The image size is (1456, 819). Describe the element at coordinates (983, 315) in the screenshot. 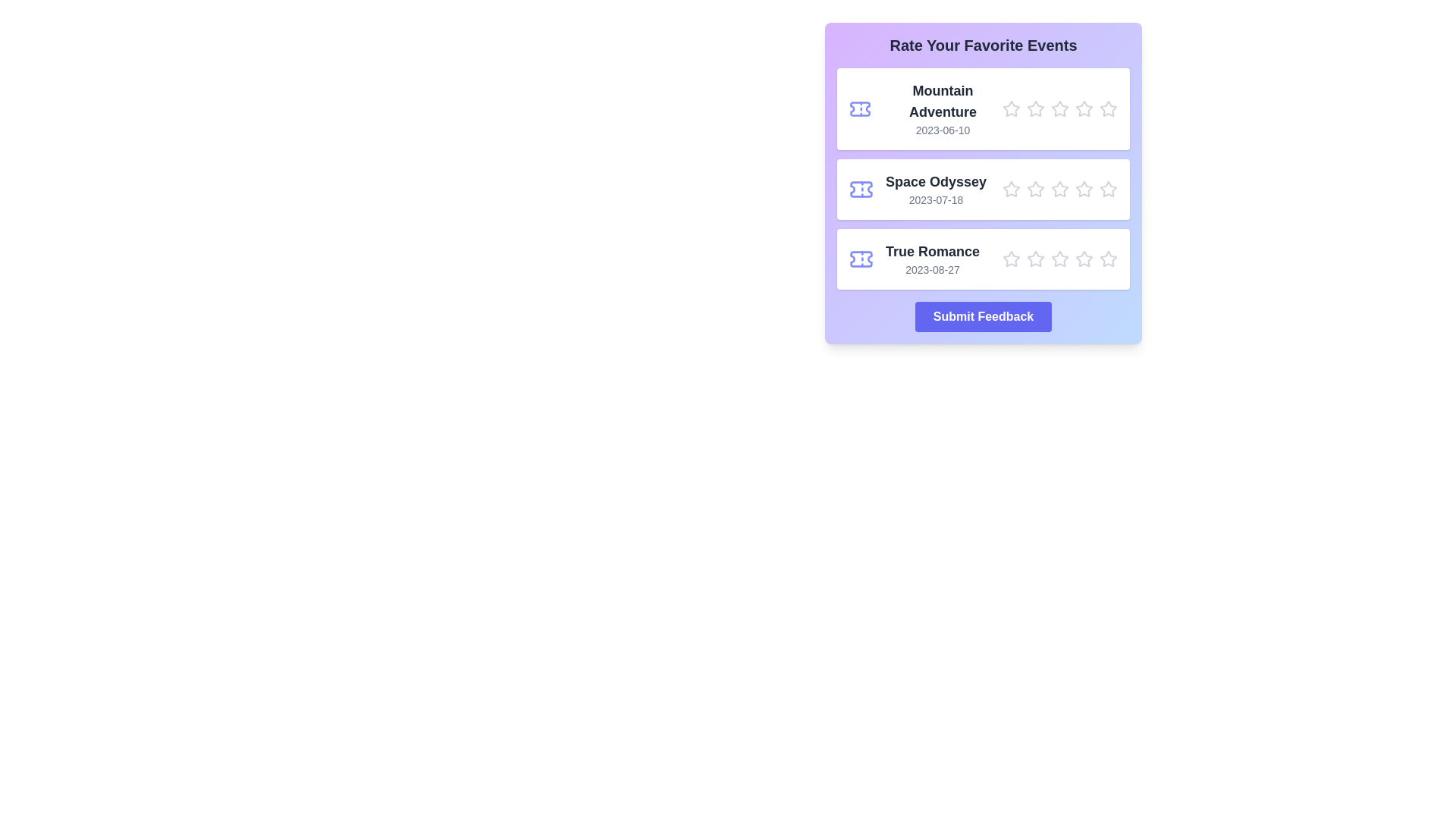

I see `the 'Submit Feedback' button to submit the ratings` at that location.